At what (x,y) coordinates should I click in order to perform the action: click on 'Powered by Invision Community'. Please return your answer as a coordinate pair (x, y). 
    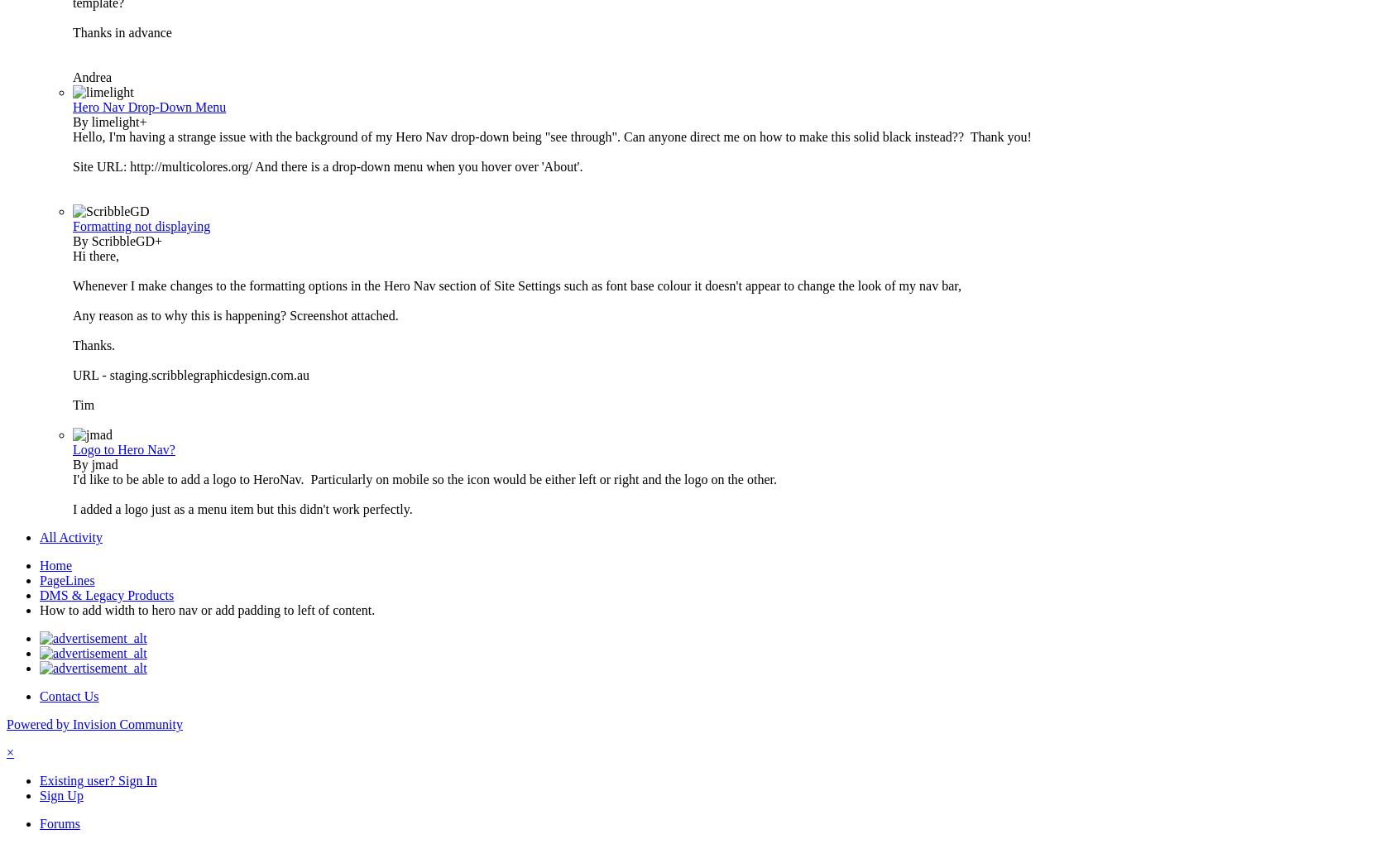
    Looking at the image, I should click on (94, 723).